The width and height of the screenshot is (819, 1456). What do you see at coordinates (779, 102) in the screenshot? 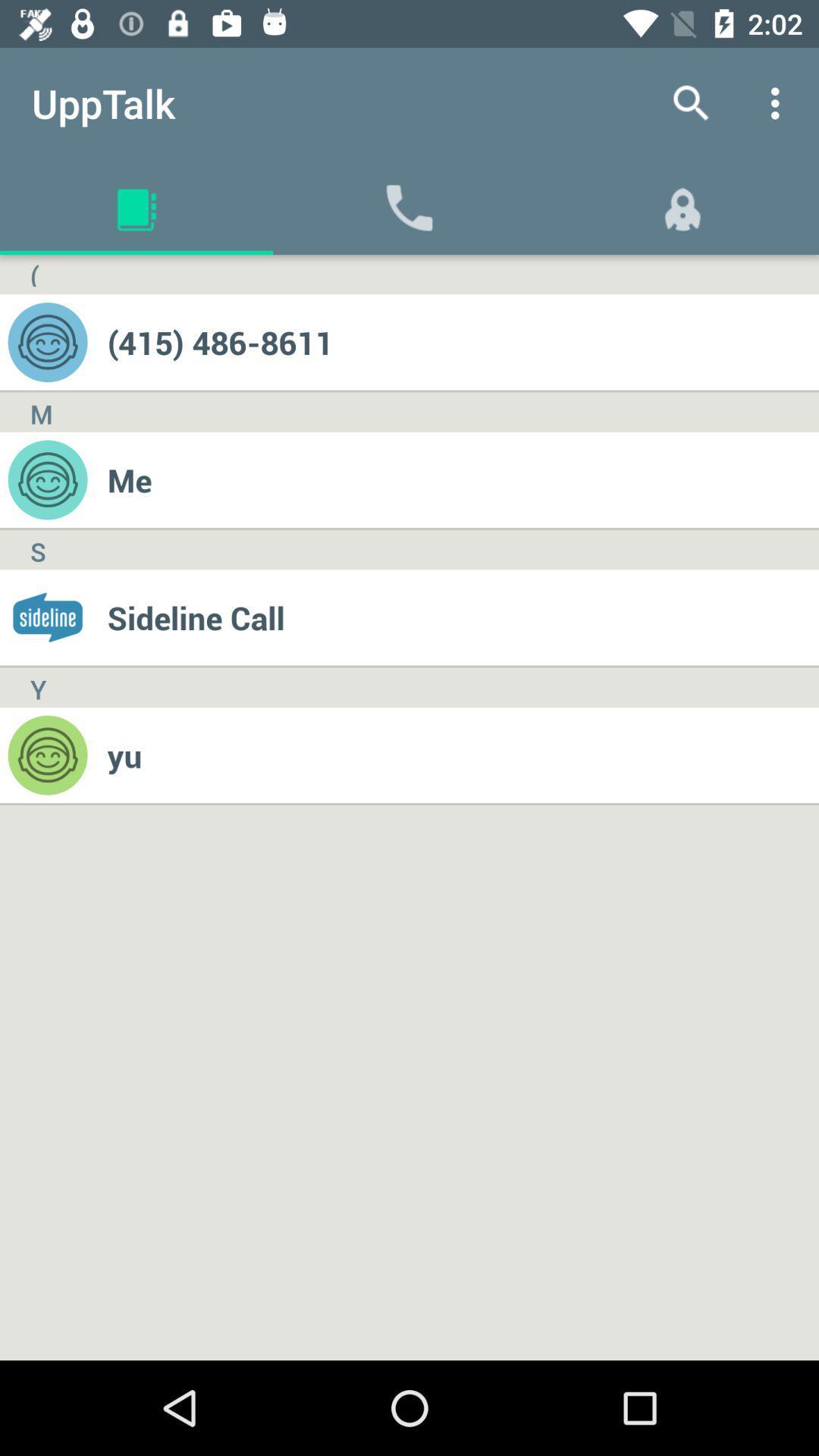
I see `the icon above the (415) 486-8611` at bounding box center [779, 102].